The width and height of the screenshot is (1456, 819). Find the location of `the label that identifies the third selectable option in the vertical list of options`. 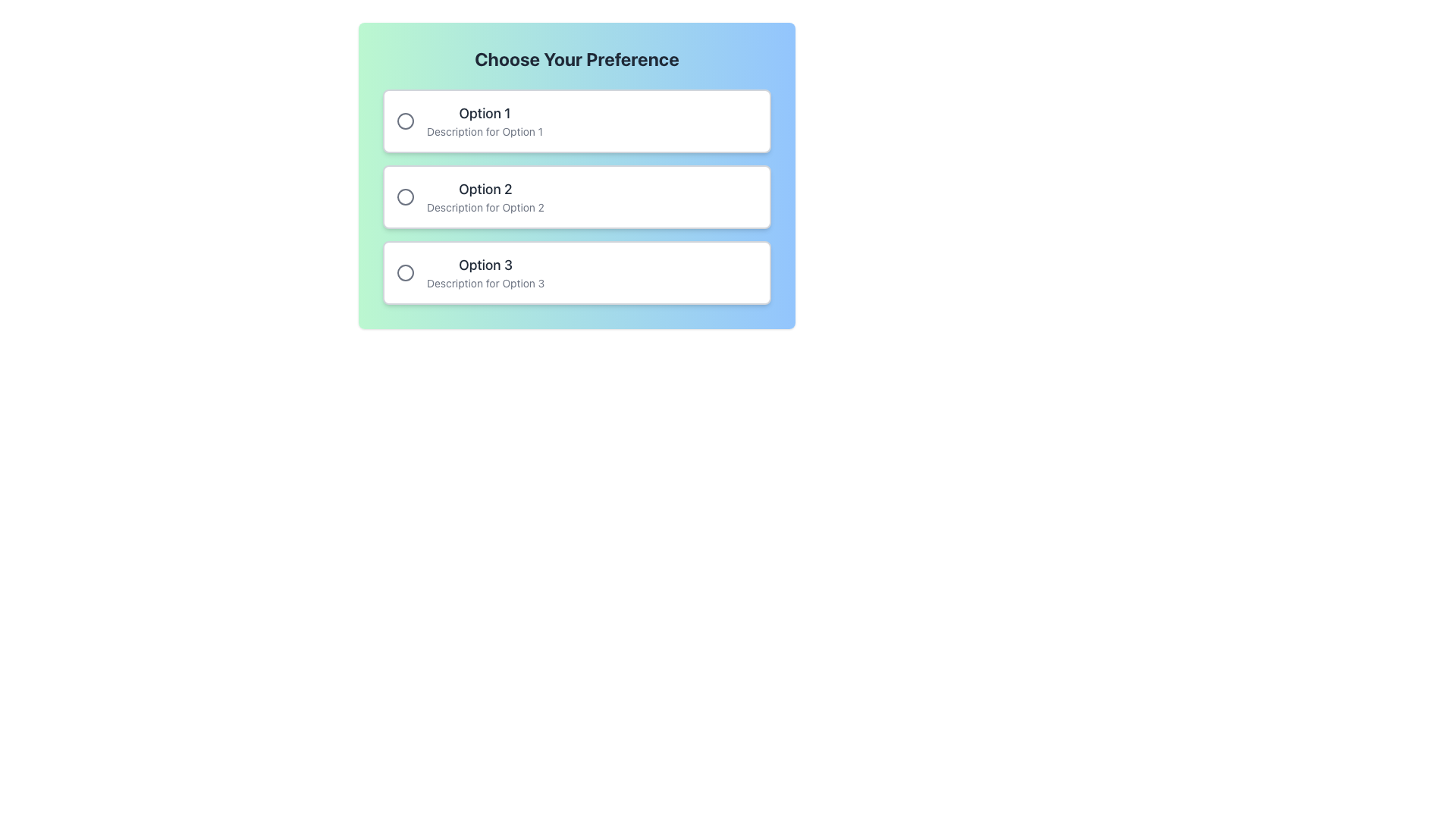

the label that identifies the third selectable option in the vertical list of options is located at coordinates (485, 265).